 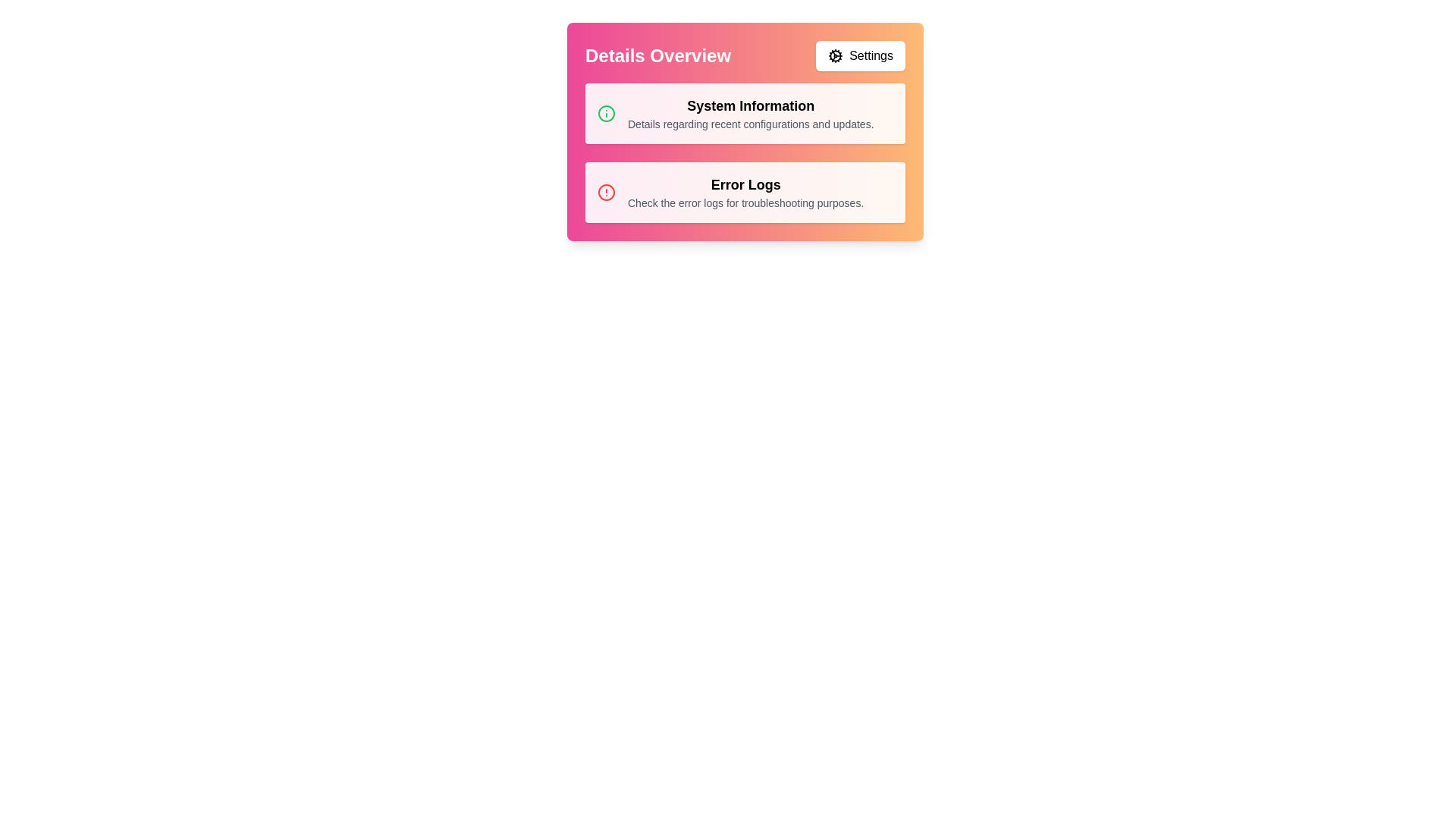 I want to click on the central circular shape of the gear icon within the settings card, located to the right of the 'Details Overview' title, so click(x=835, y=55).